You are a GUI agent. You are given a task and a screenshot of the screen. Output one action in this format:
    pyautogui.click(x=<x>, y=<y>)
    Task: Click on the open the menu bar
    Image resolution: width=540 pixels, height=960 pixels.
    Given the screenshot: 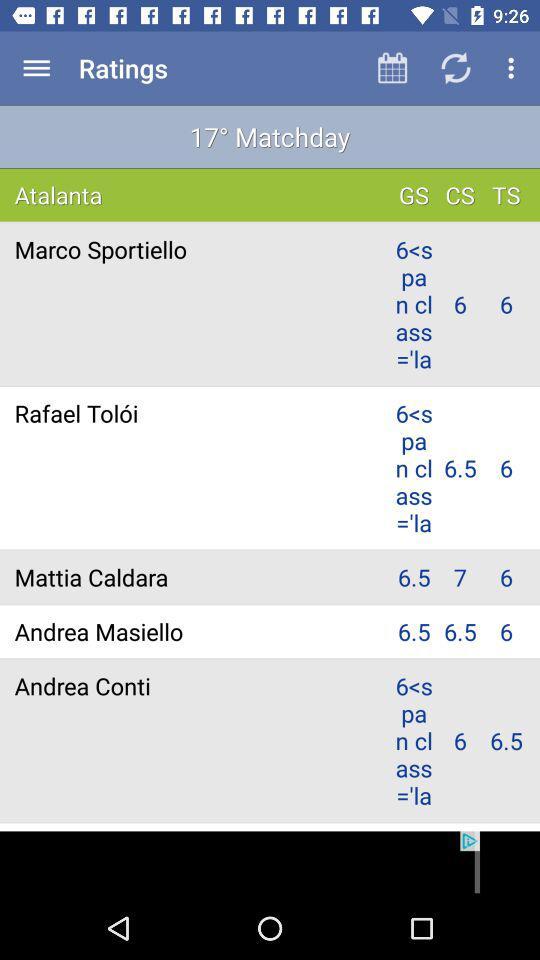 What is the action you would take?
    pyautogui.click(x=36, y=68)
    